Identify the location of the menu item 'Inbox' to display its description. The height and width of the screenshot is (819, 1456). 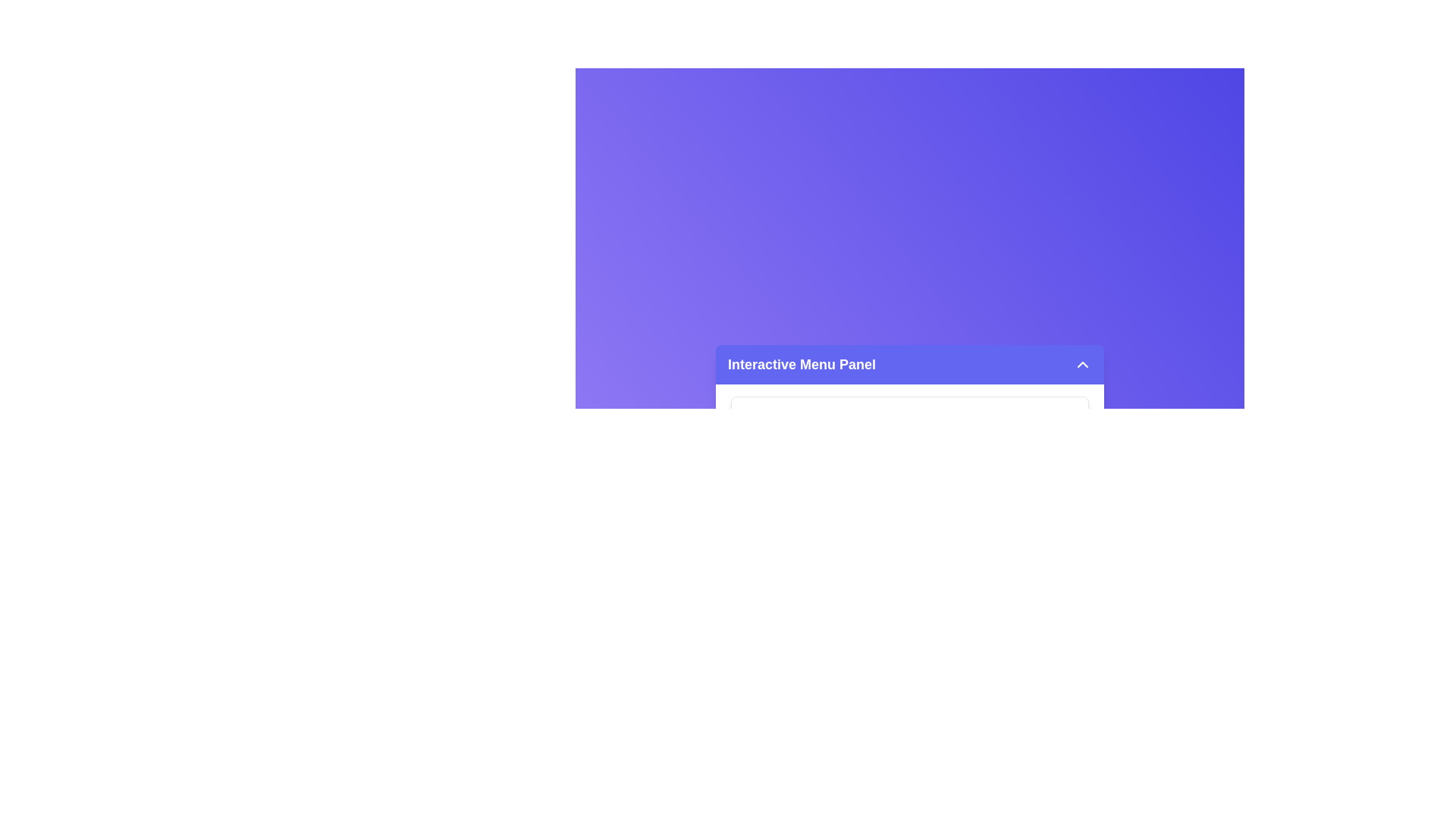
(825, 418).